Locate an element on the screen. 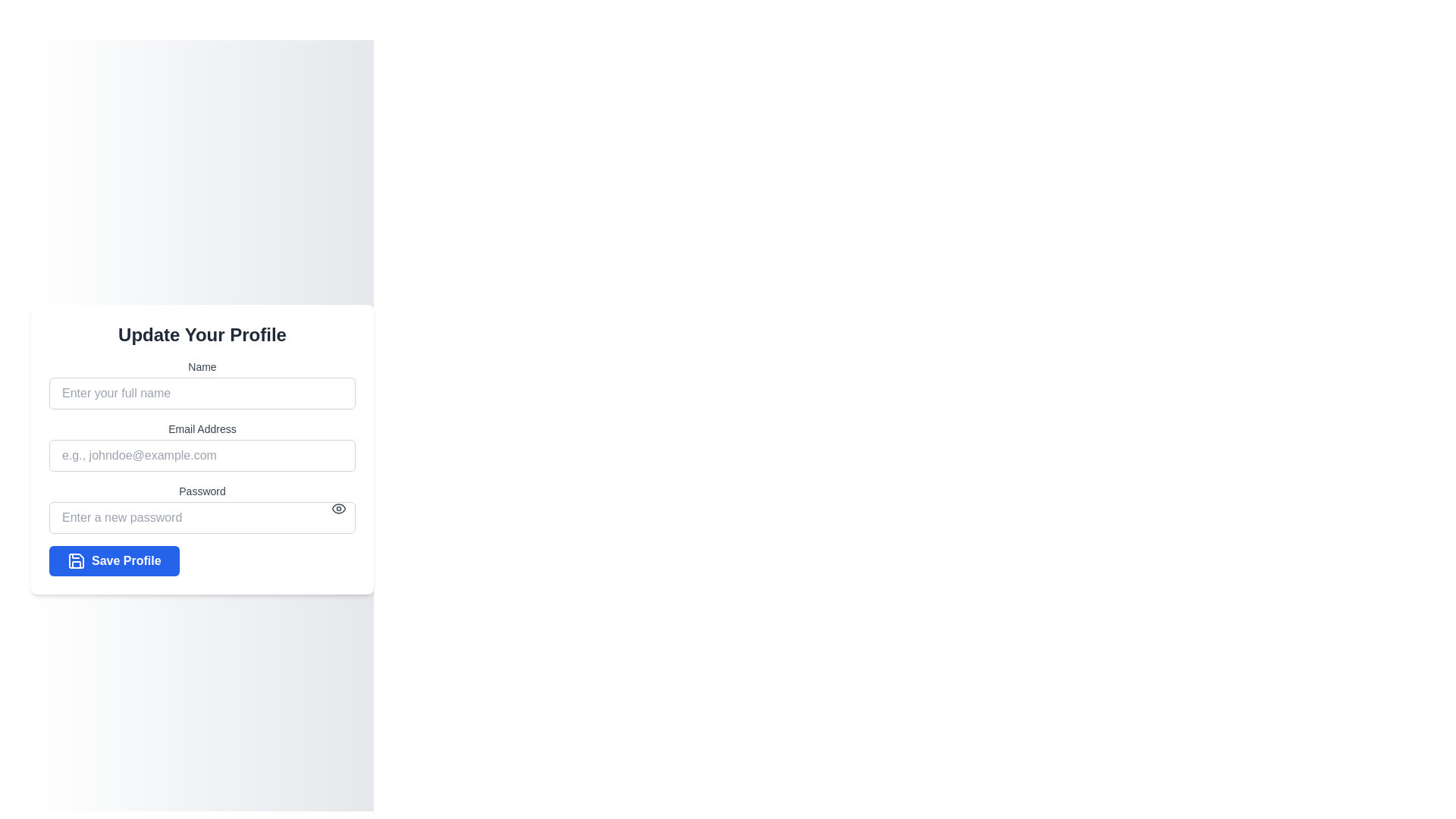 This screenshot has width=1456, height=819. the eye-shaped icon located inside the 'Password' input field to potentially display a tooltip is located at coordinates (337, 509).